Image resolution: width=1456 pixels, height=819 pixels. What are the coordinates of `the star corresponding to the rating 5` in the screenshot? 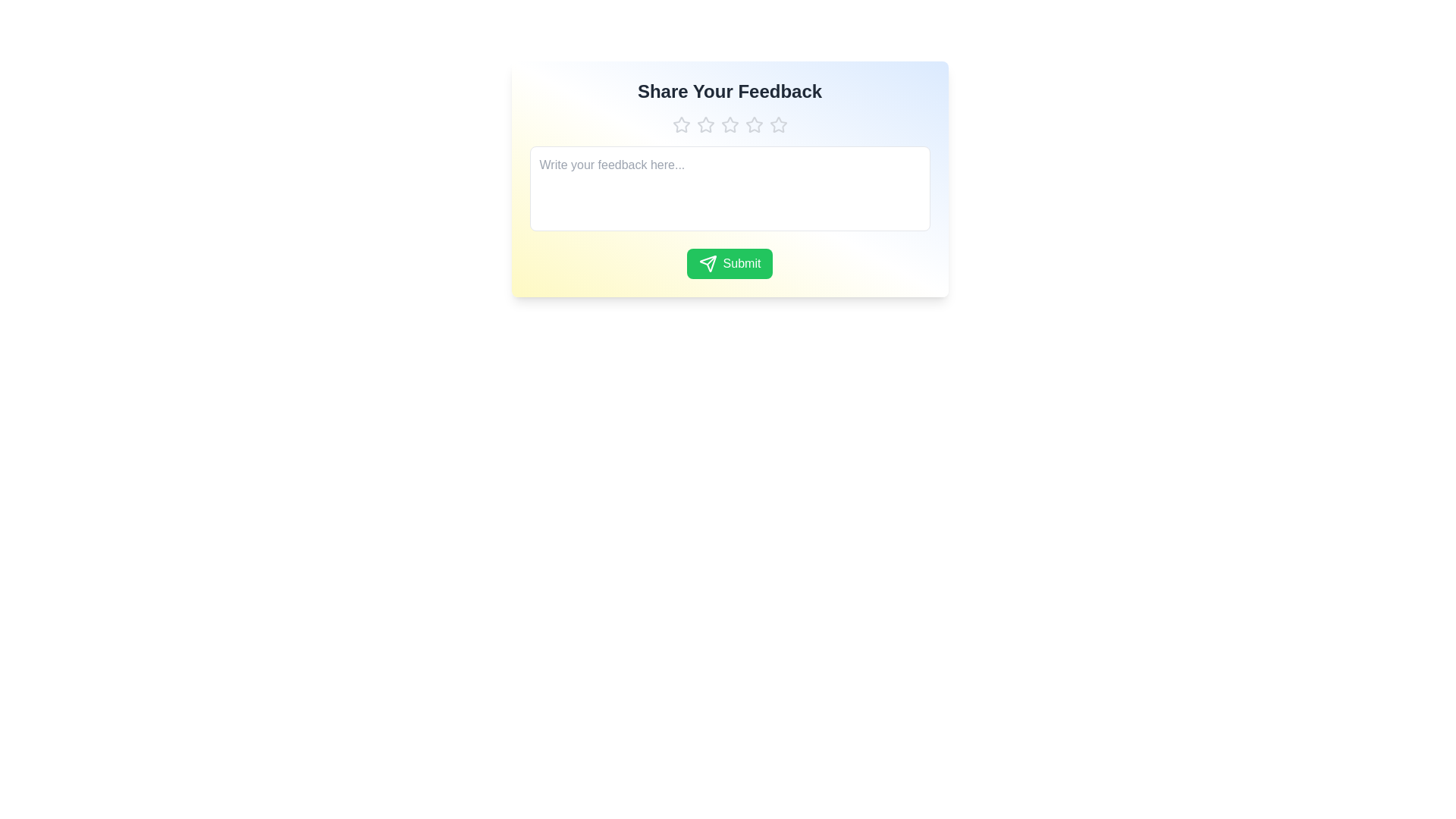 It's located at (778, 124).